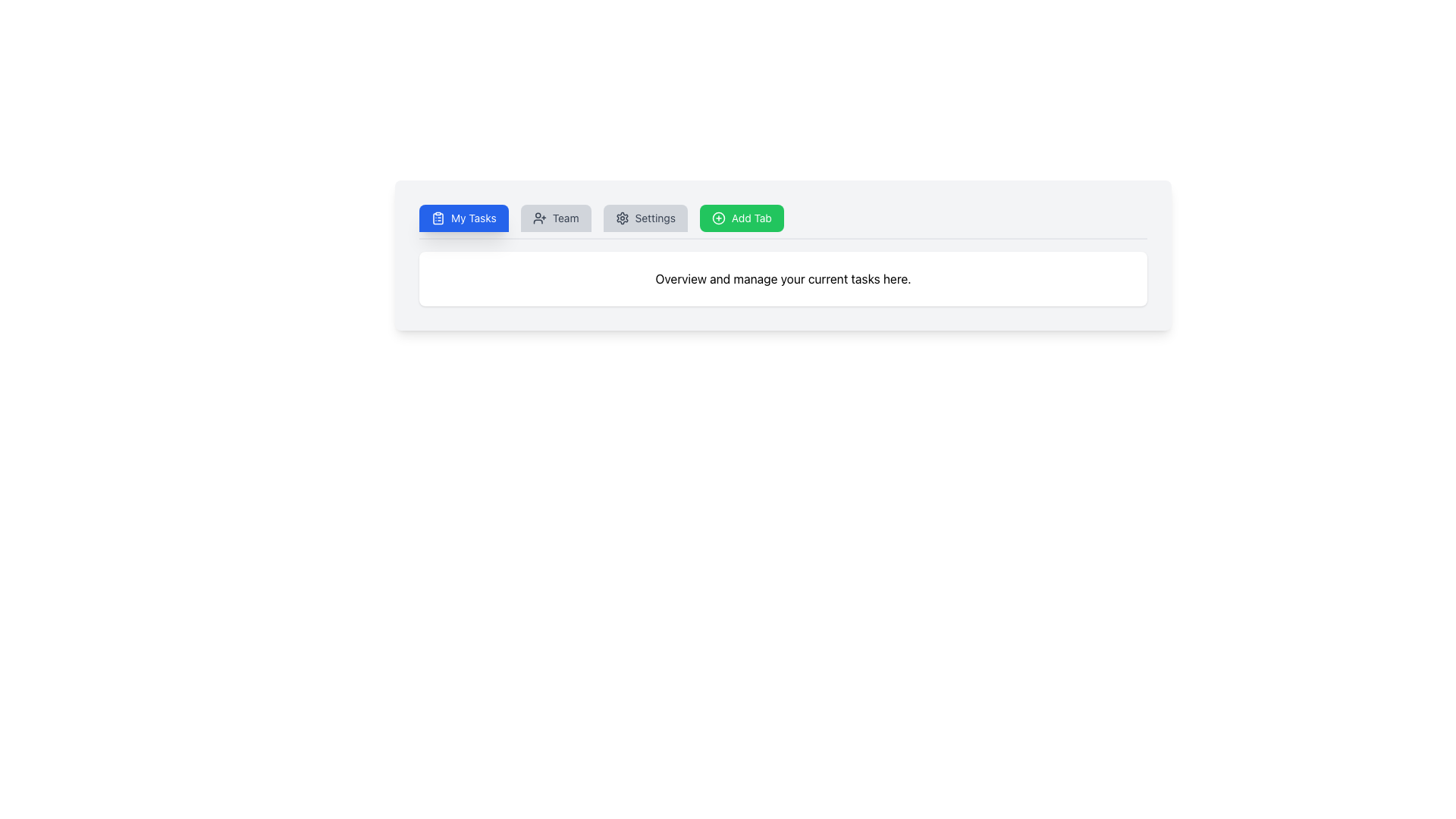 This screenshot has width=1456, height=819. Describe the element at coordinates (565, 218) in the screenshot. I see `the 'Team' text label, which is styled with a gray color palette and is part of the top navigation bar, positioned to the right of a user icon` at that location.